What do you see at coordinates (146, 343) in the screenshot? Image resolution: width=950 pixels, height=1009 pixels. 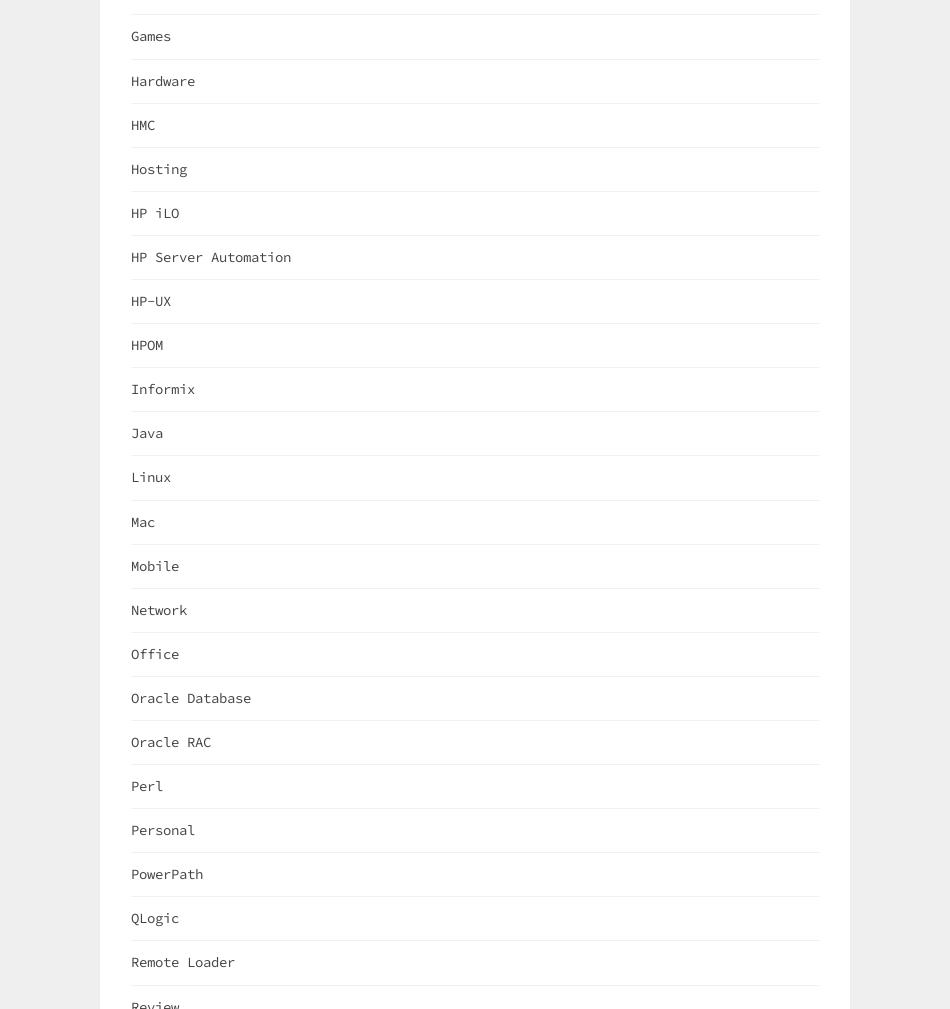 I see `'HPOM'` at bounding box center [146, 343].